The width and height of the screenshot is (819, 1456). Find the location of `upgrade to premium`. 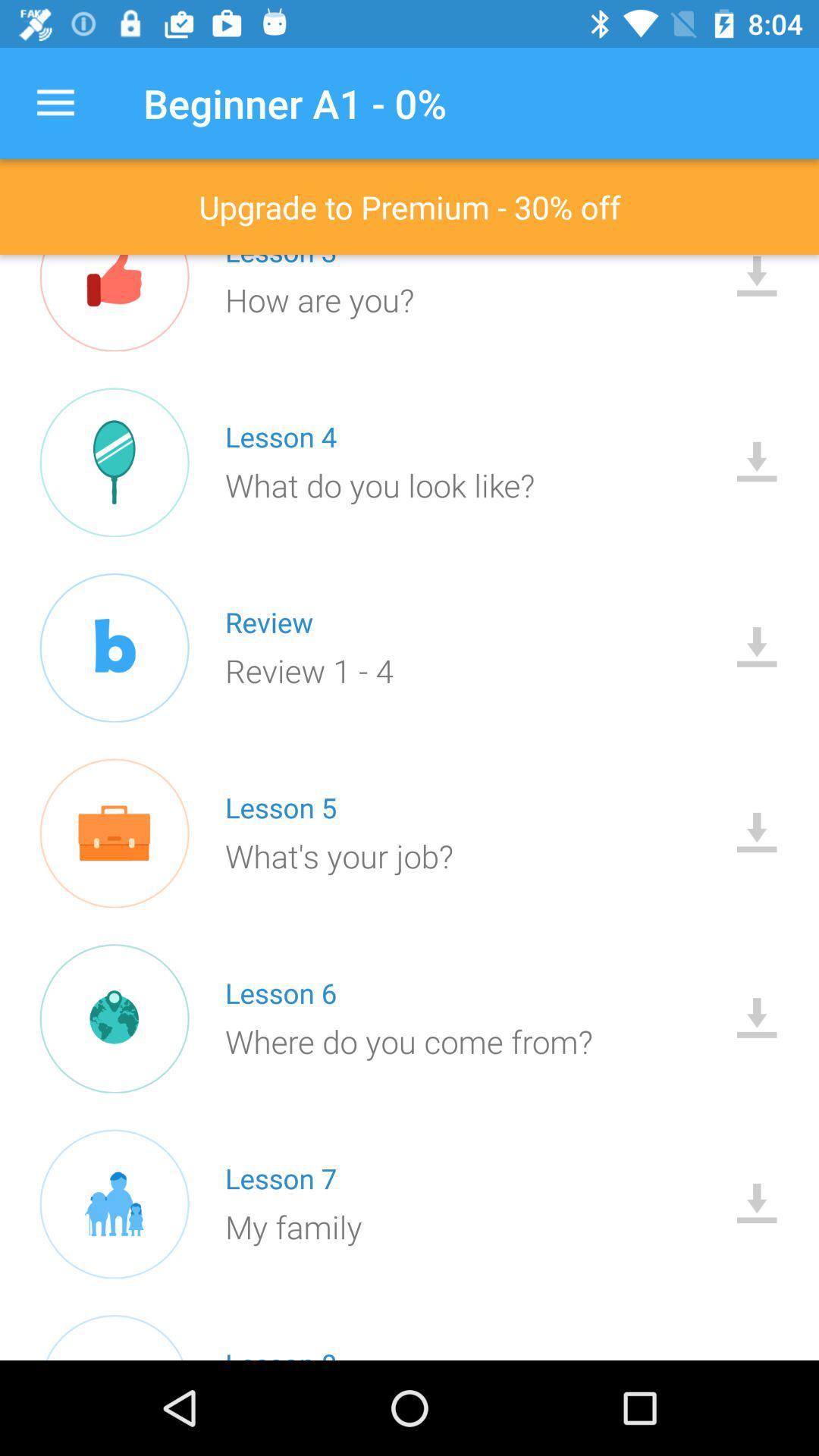

upgrade to premium is located at coordinates (409, 206).